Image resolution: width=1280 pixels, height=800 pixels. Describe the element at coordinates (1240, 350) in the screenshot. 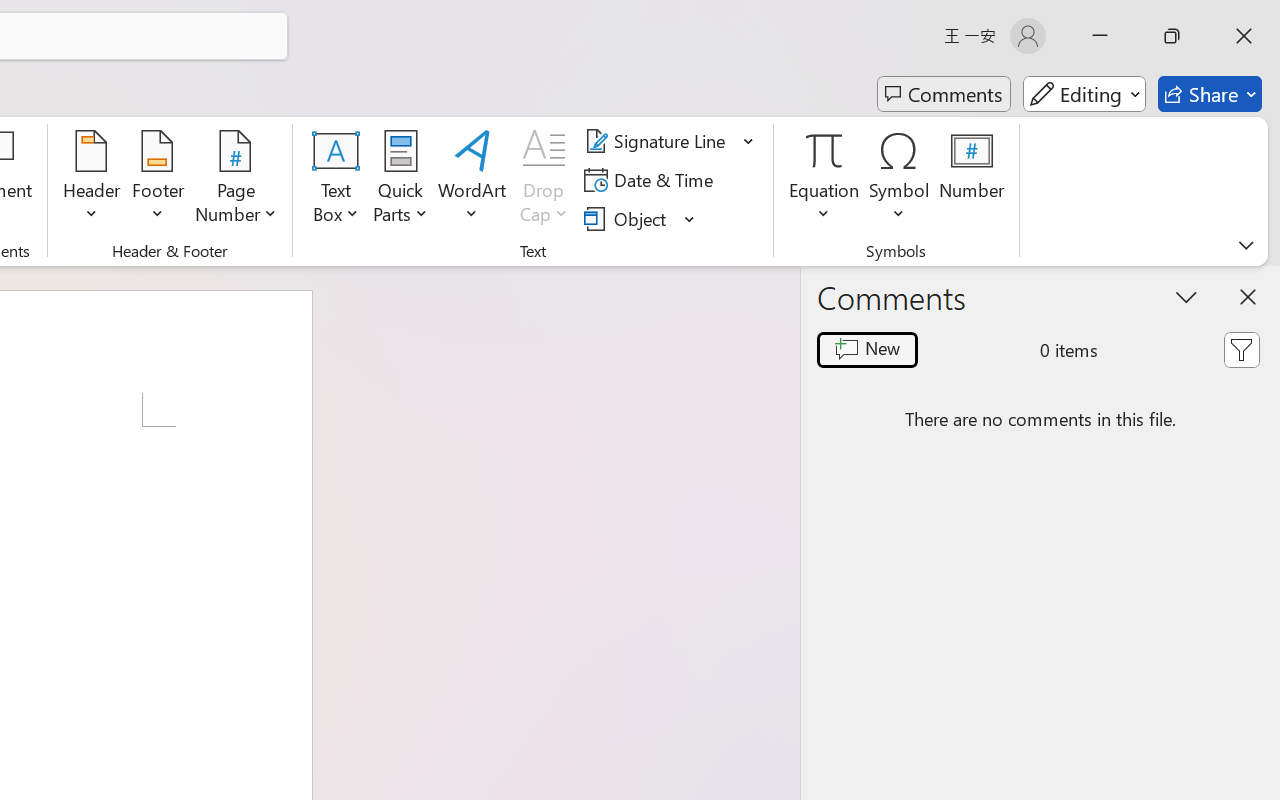

I see `'Filter'` at that location.